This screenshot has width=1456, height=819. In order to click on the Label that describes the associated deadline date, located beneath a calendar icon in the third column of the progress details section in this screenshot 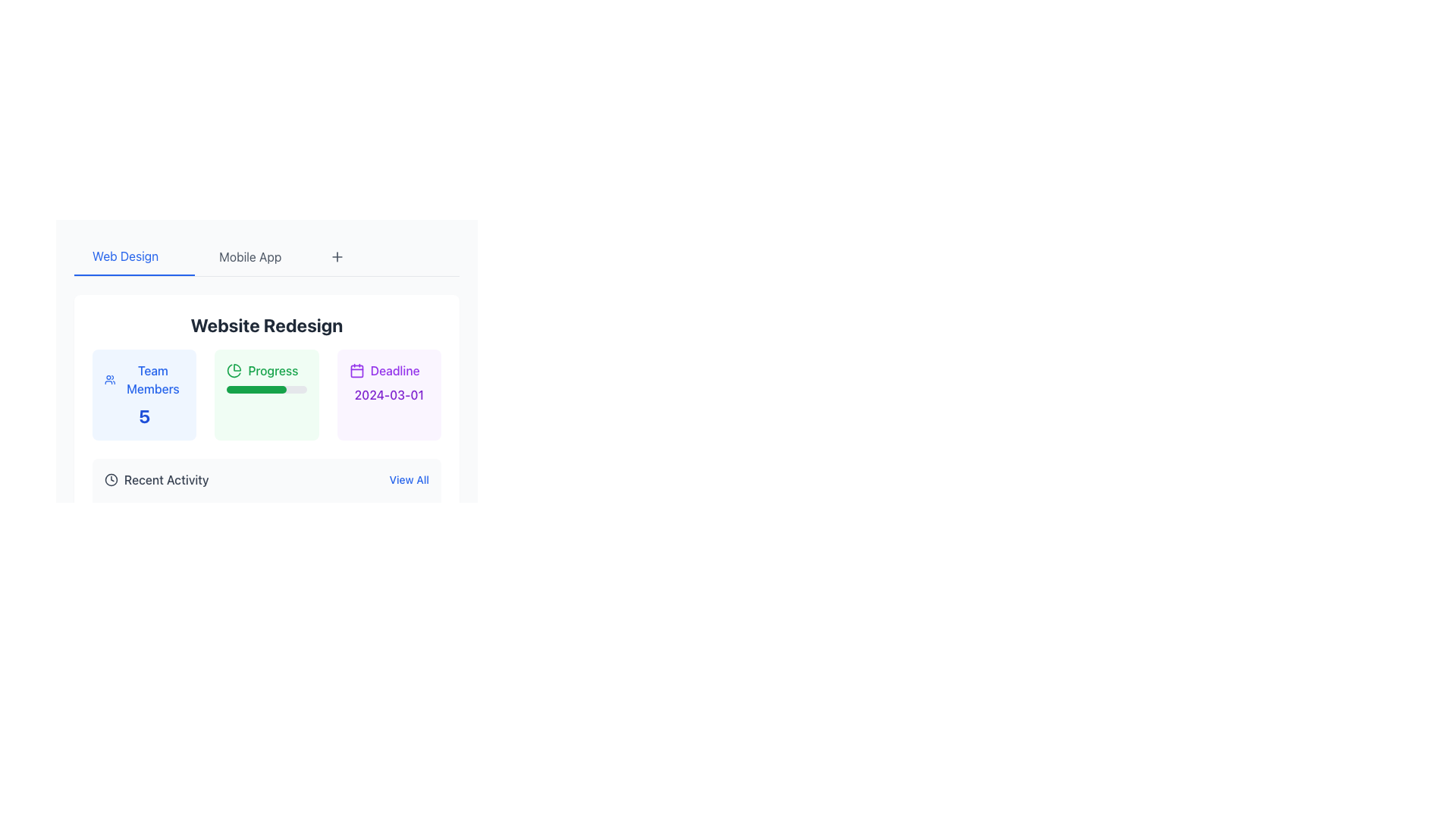, I will do `click(395, 371)`.